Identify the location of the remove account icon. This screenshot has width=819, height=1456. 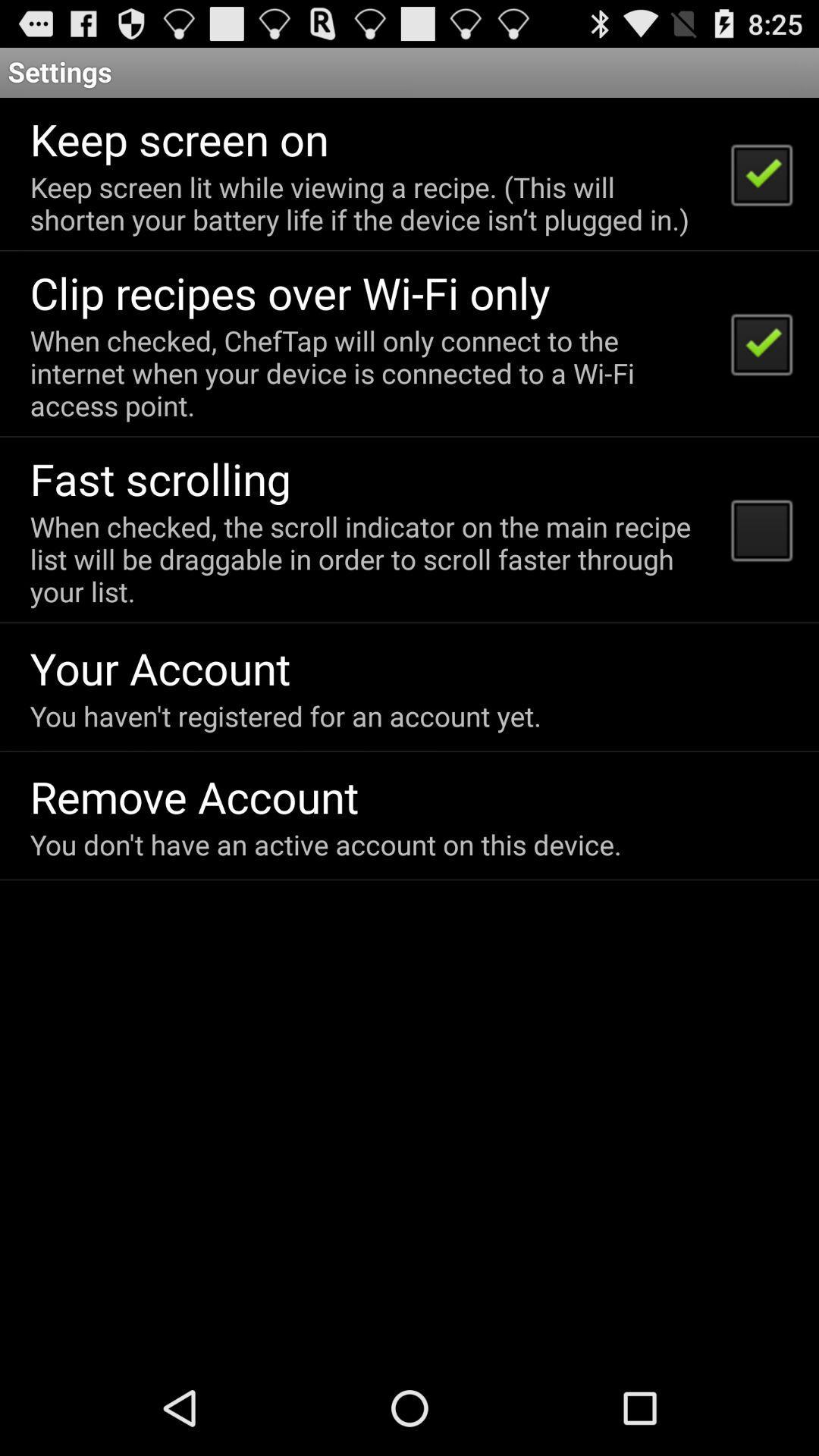
(193, 795).